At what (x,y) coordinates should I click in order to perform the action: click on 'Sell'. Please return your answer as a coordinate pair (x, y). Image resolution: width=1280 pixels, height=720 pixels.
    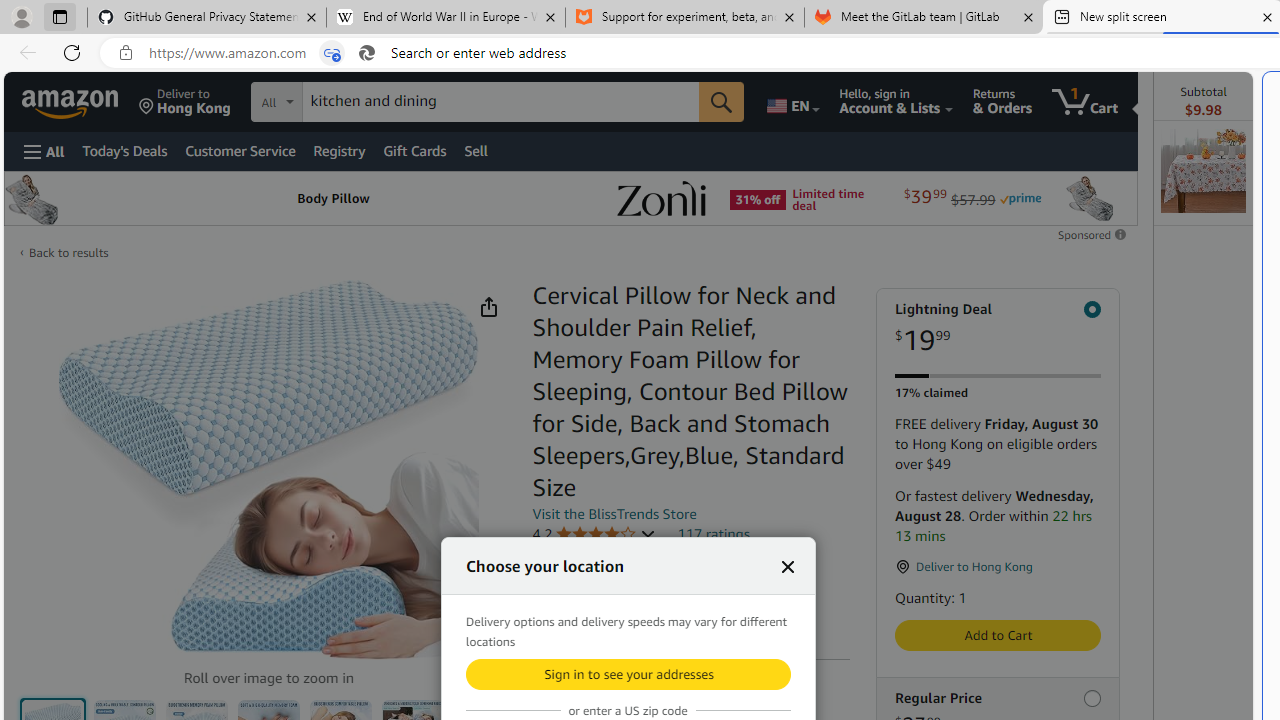
    Looking at the image, I should click on (474, 149).